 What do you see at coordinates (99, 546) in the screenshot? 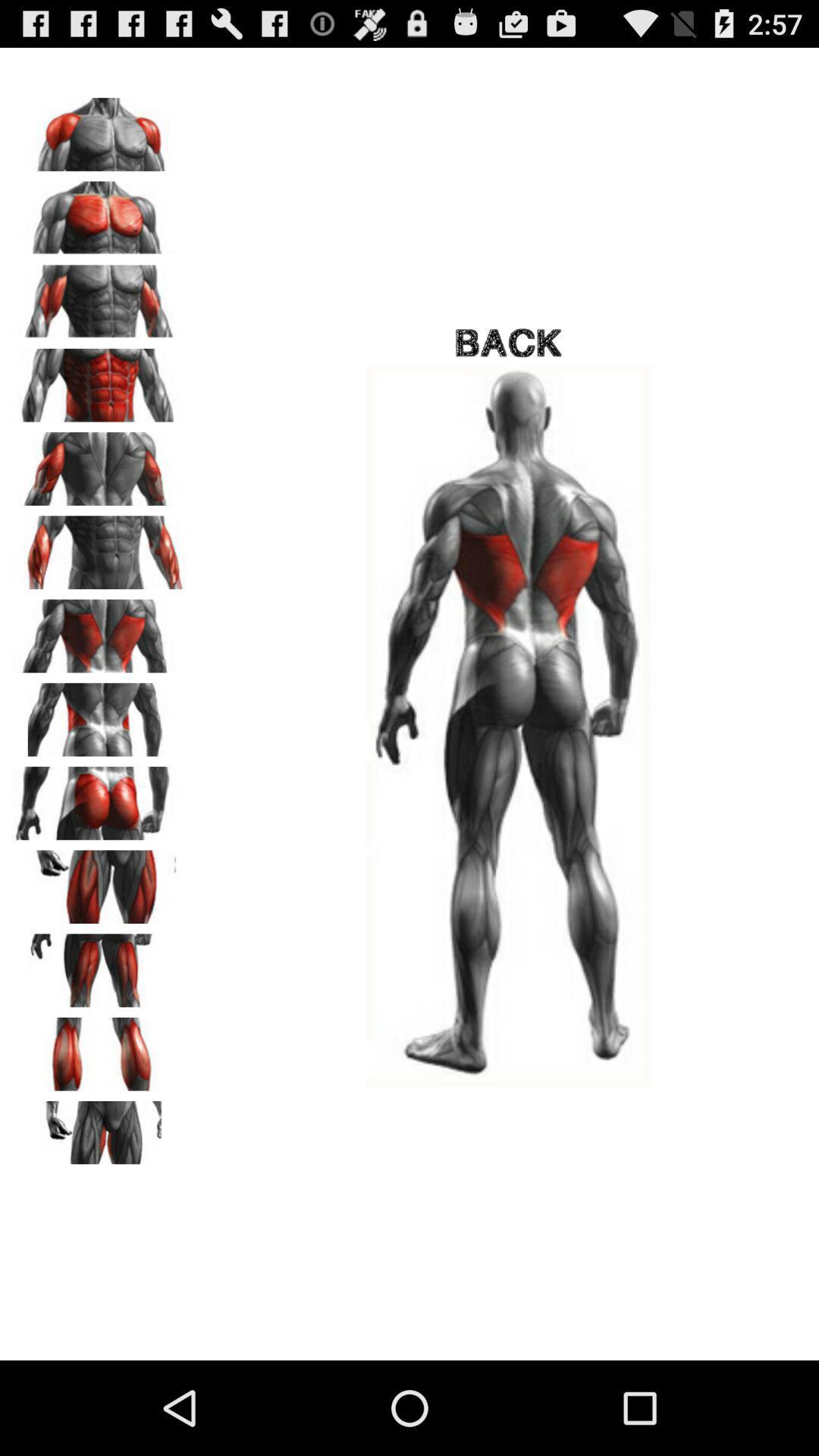
I see `choose triceps muscles` at bounding box center [99, 546].